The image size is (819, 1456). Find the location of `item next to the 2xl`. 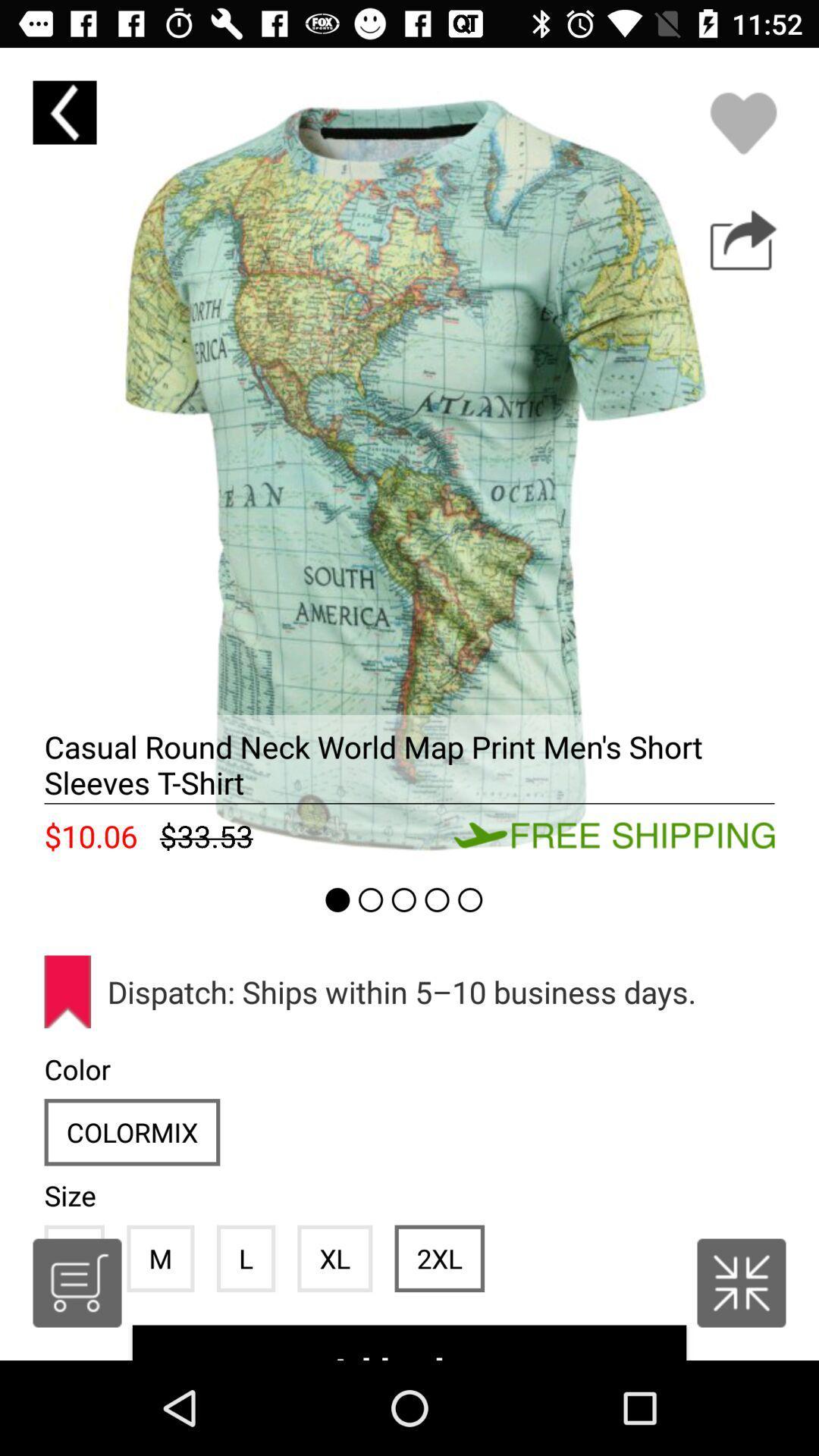

item next to the 2xl is located at coordinates (334, 1258).